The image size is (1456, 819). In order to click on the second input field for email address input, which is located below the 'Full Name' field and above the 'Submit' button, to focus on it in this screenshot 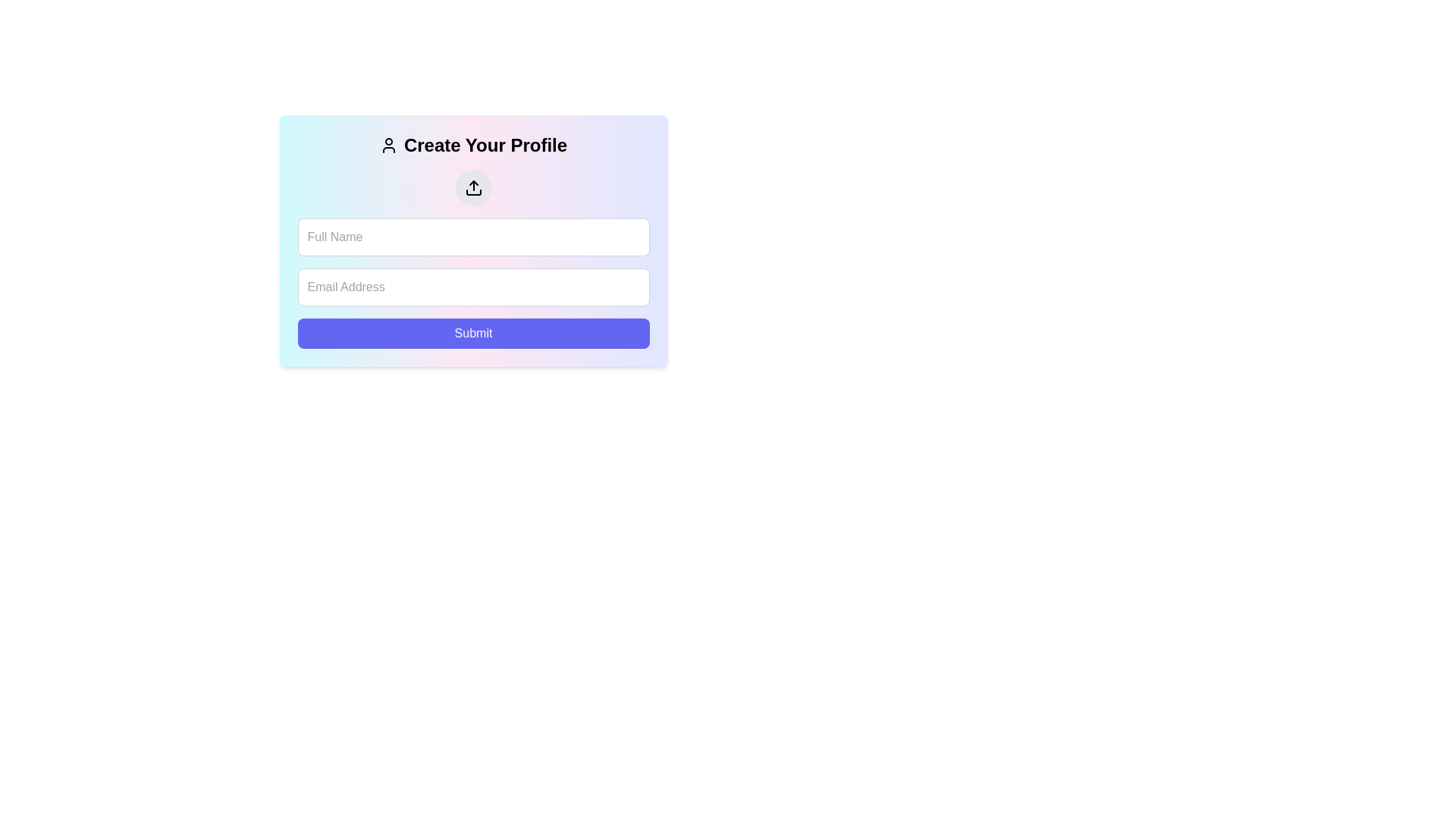, I will do `click(472, 287)`.